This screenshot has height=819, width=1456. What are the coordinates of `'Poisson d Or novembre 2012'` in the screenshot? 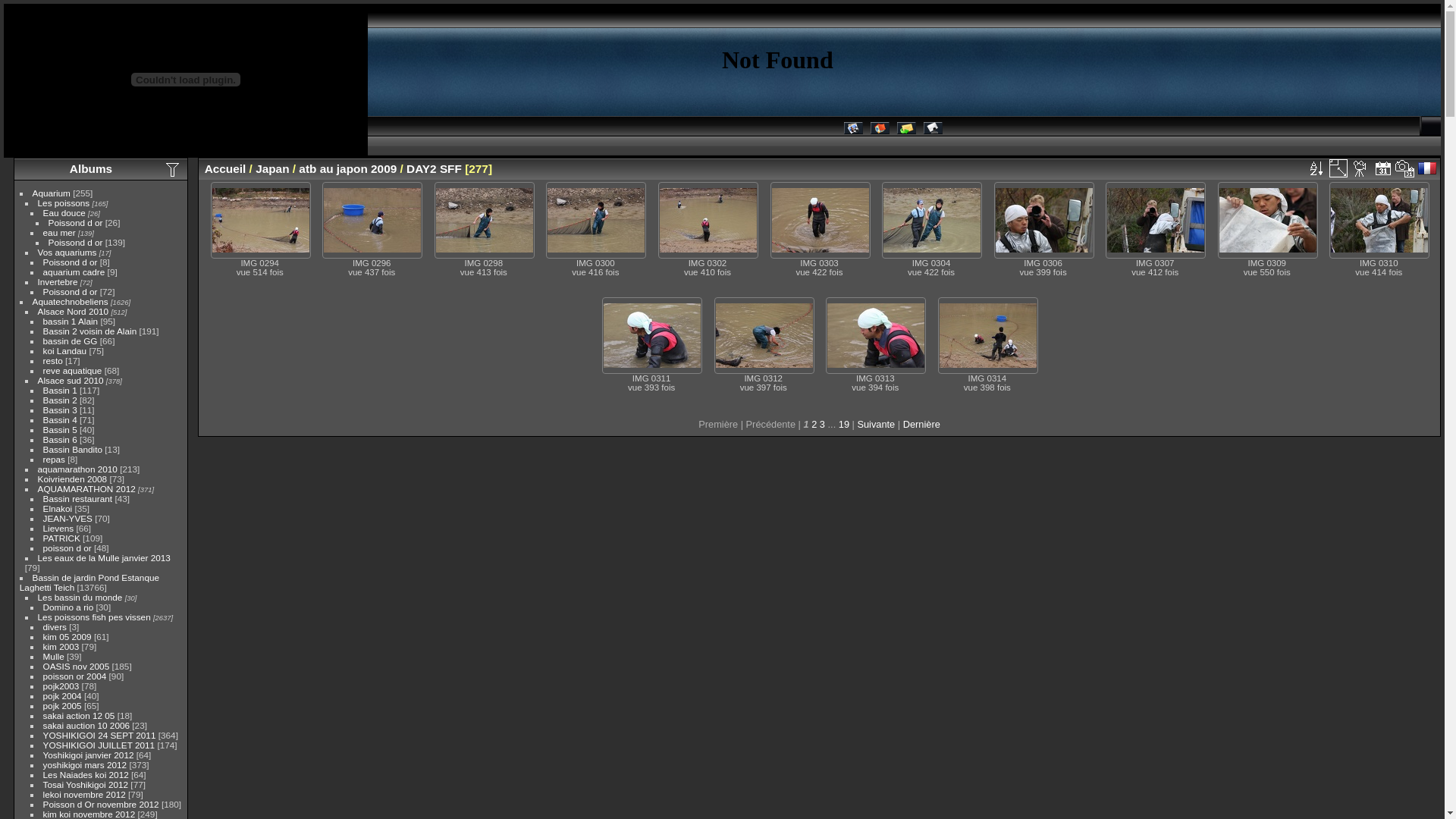 It's located at (100, 803).